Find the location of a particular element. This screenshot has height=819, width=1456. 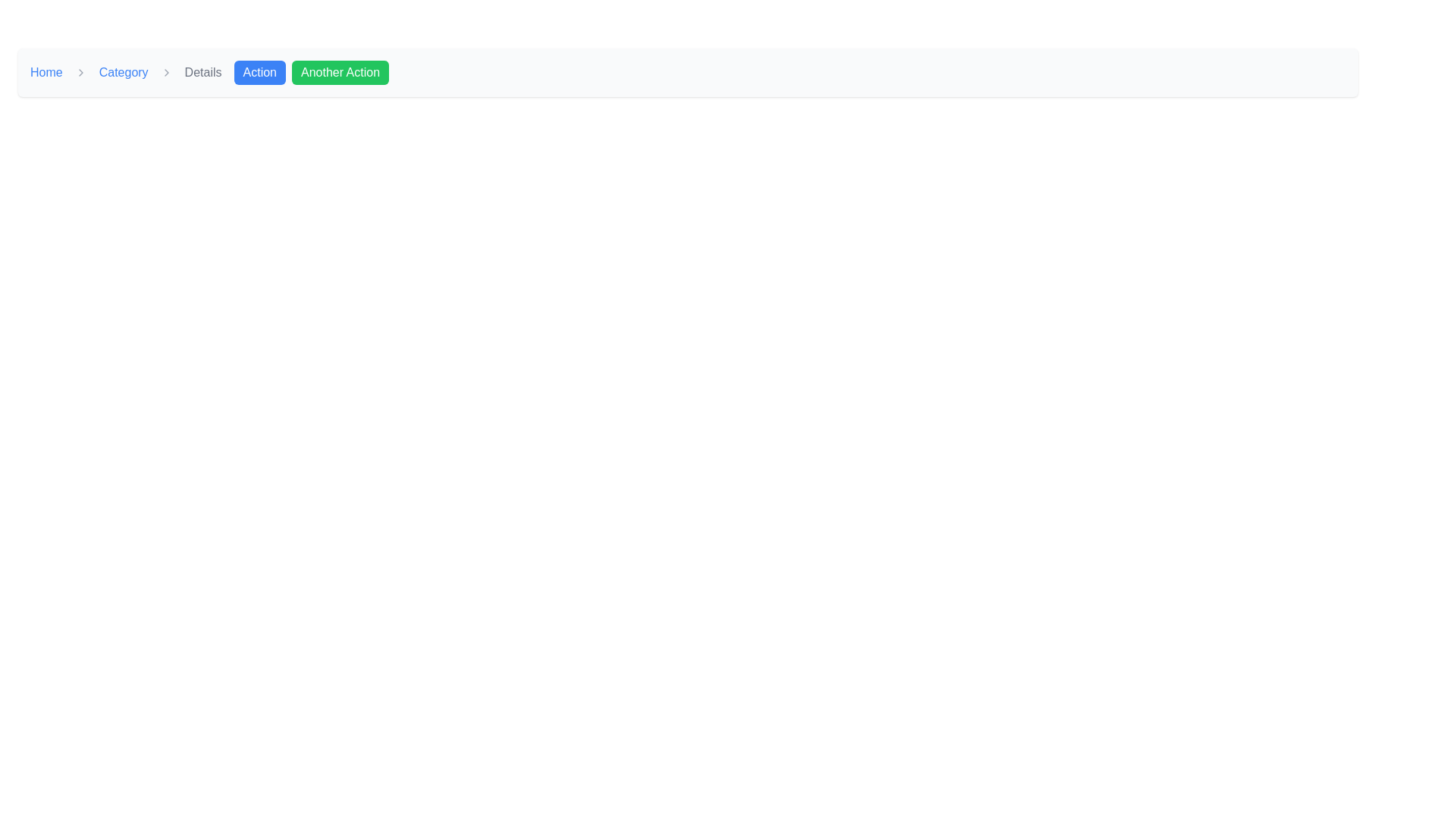

the 'Home' hyperlink in the breadcrumb navigation is located at coordinates (46, 73).